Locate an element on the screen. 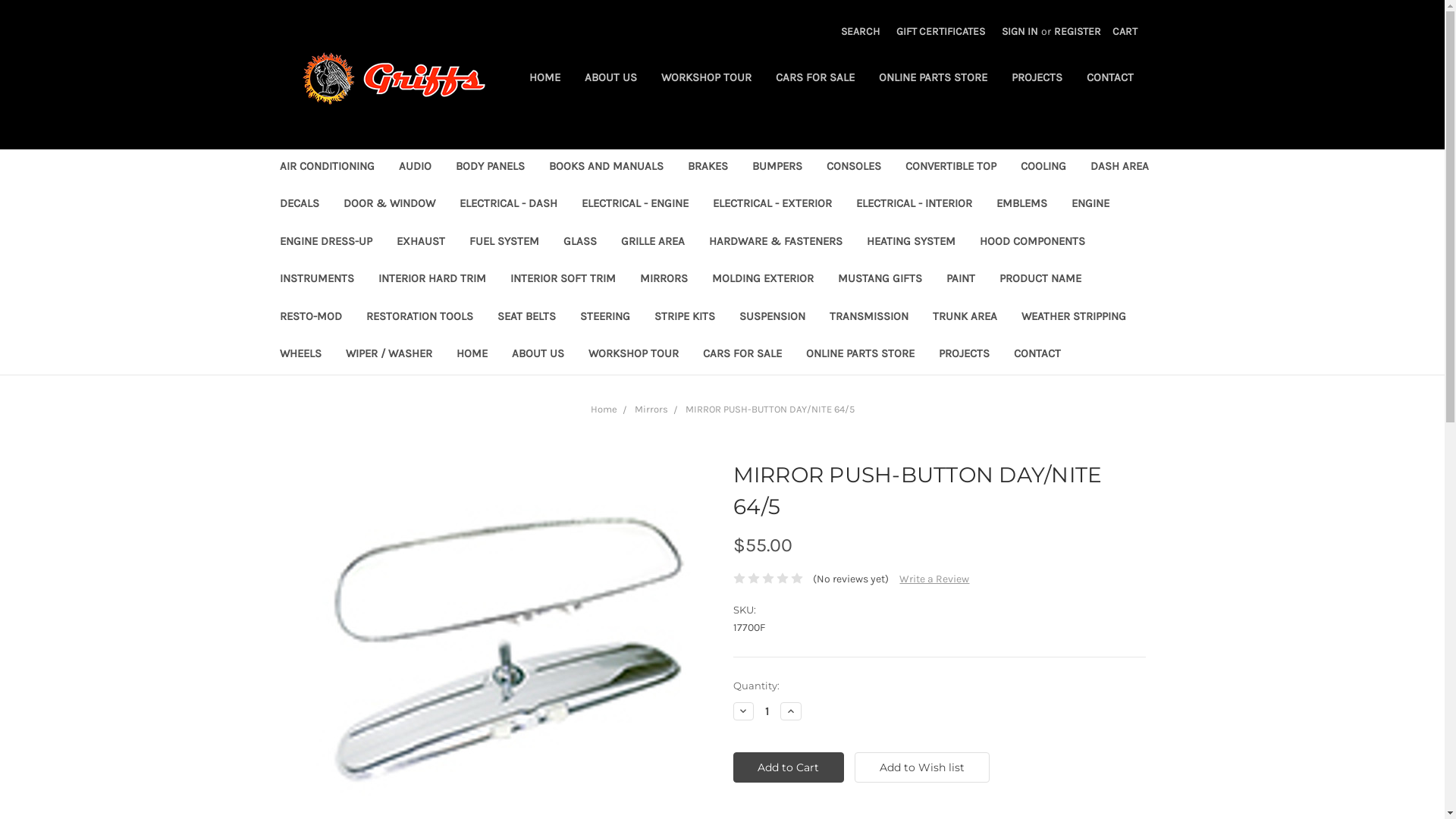  'STRIPE KITS' is located at coordinates (641, 317).